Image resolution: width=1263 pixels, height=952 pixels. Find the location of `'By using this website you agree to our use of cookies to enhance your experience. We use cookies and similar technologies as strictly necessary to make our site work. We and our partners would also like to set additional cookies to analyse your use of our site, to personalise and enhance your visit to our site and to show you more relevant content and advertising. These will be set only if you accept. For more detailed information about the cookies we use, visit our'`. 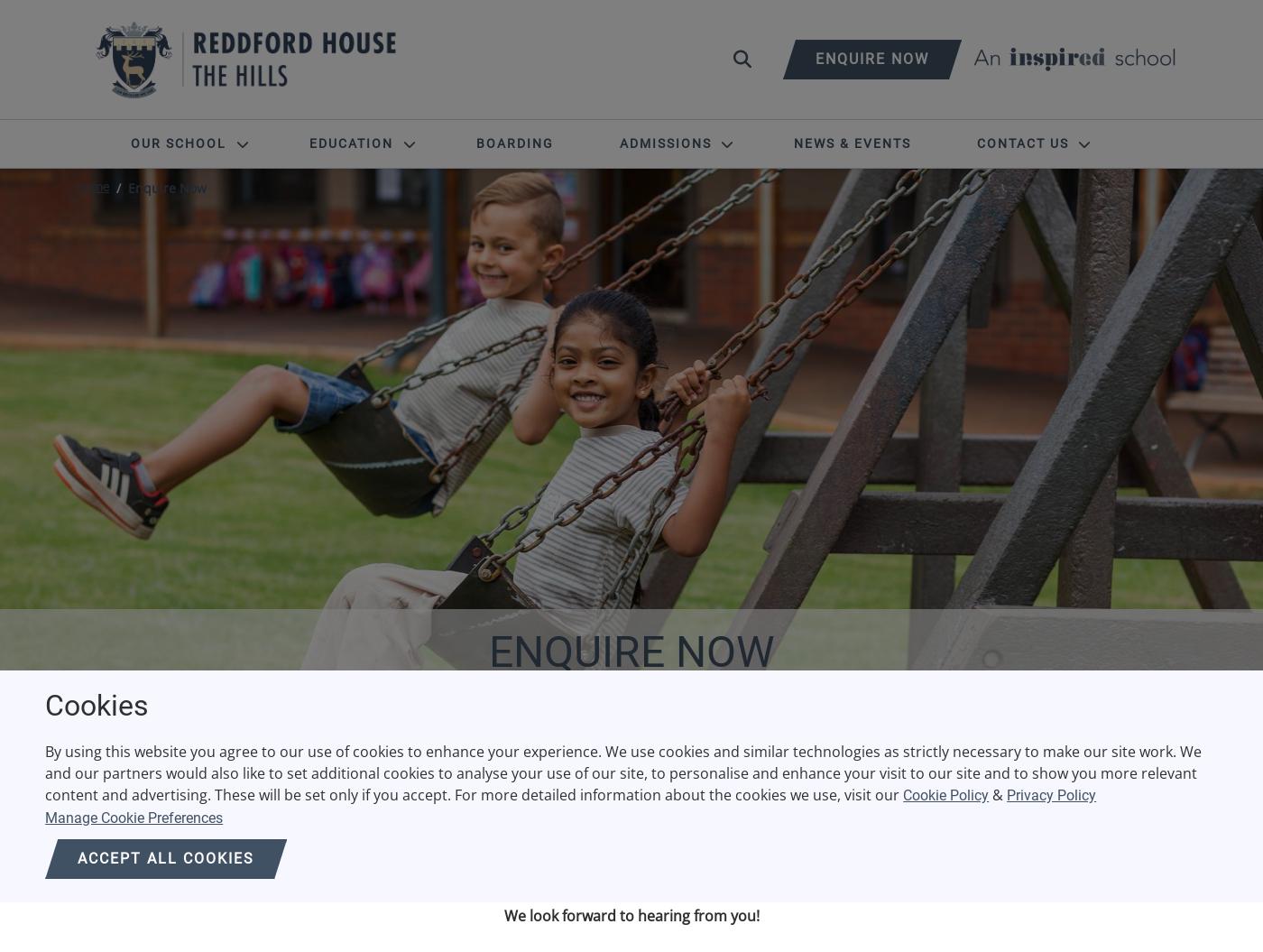

'By using this website you agree to our use of cookies to enhance your experience. We use cookies and similar technologies as strictly necessary to make our site work. We and our partners would also like to set additional cookies to analyse your use of our site, to personalise and enhance your visit to our site and to show you more relevant content and advertising. These will be set only if you accept. For more detailed information about the cookies we use, visit our' is located at coordinates (44, 772).